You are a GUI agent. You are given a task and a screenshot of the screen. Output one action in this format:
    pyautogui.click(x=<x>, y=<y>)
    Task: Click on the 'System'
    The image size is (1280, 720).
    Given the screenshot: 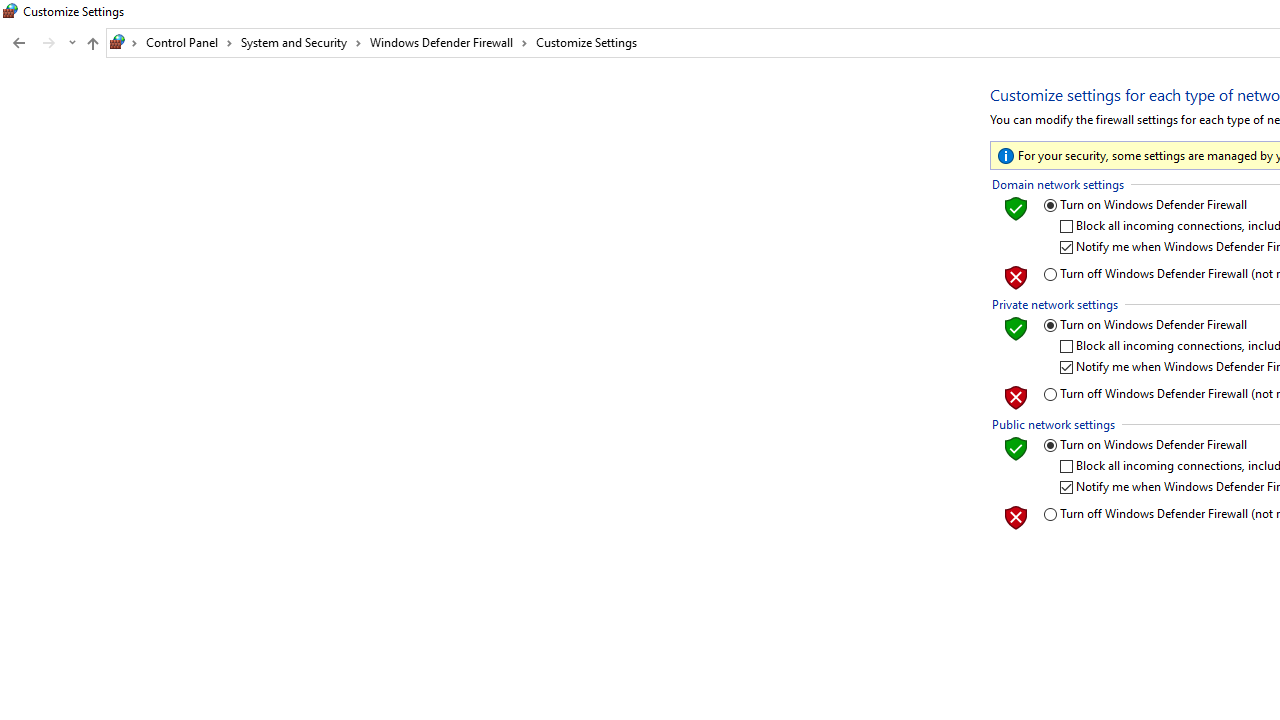 What is the action you would take?
    pyautogui.click(x=10, y=11)
    